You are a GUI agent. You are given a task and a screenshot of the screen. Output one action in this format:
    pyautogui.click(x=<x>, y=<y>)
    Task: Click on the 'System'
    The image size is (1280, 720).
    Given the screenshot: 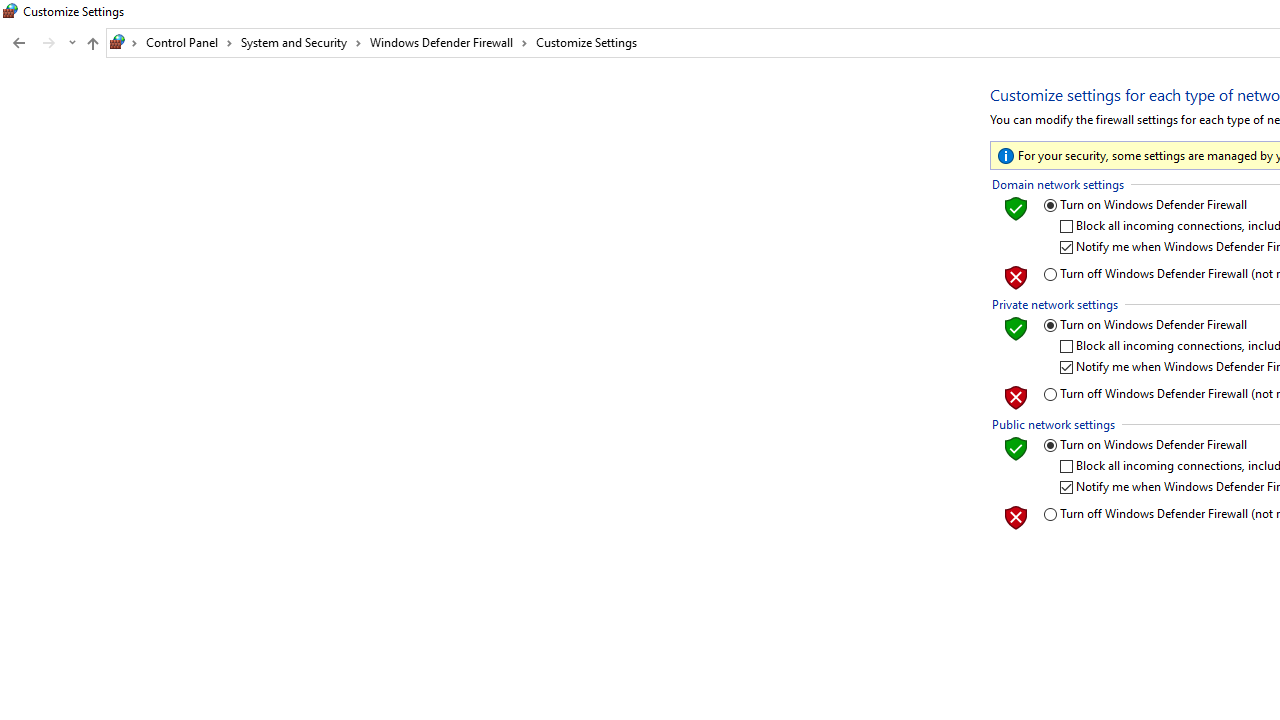 What is the action you would take?
    pyautogui.click(x=10, y=11)
    